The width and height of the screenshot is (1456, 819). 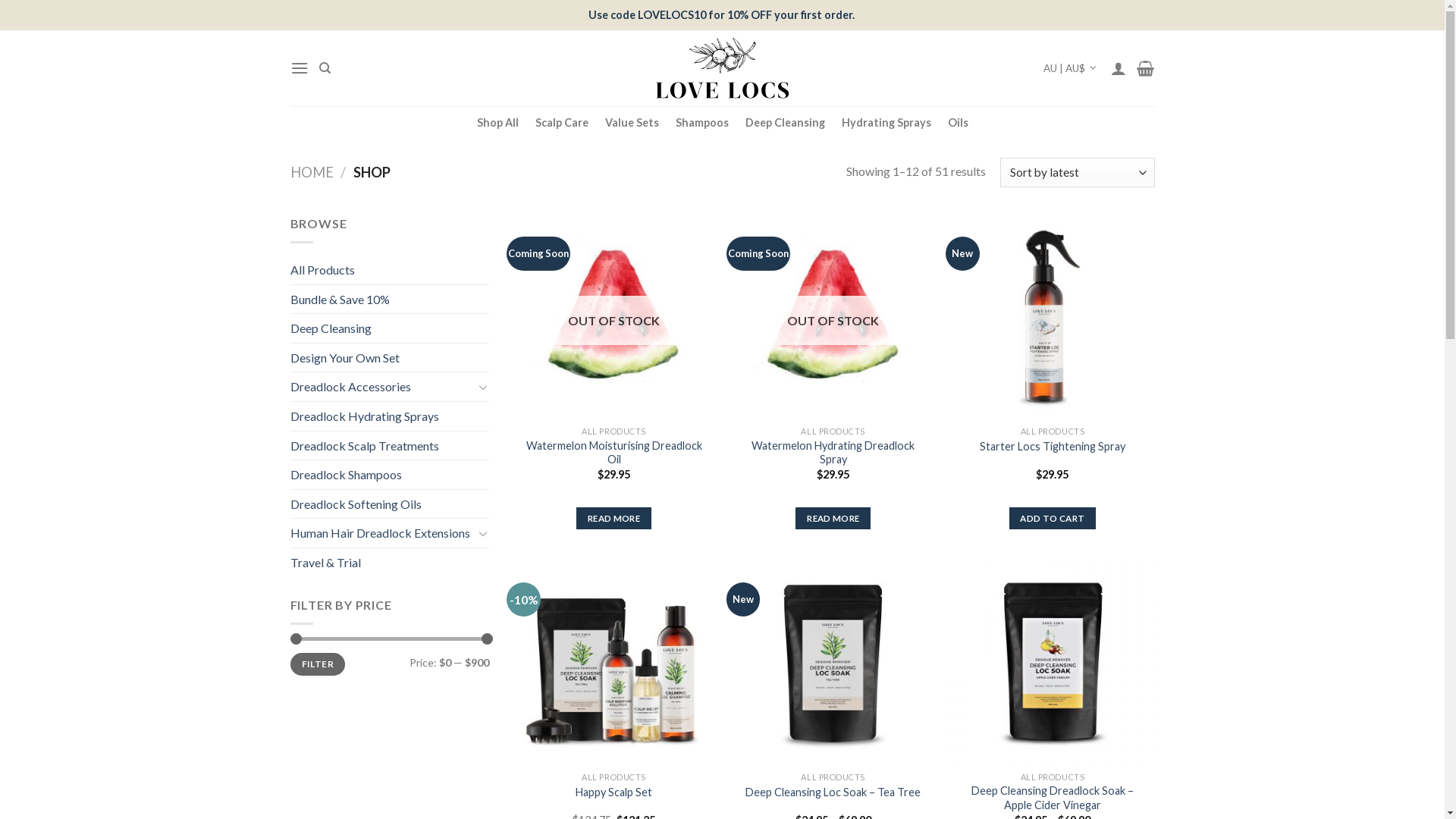 What do you see at coordinates (389, 444) in the screenshot?
I see `'Dreadlock Scalp Treatments'` at bounding box center [389, 444].